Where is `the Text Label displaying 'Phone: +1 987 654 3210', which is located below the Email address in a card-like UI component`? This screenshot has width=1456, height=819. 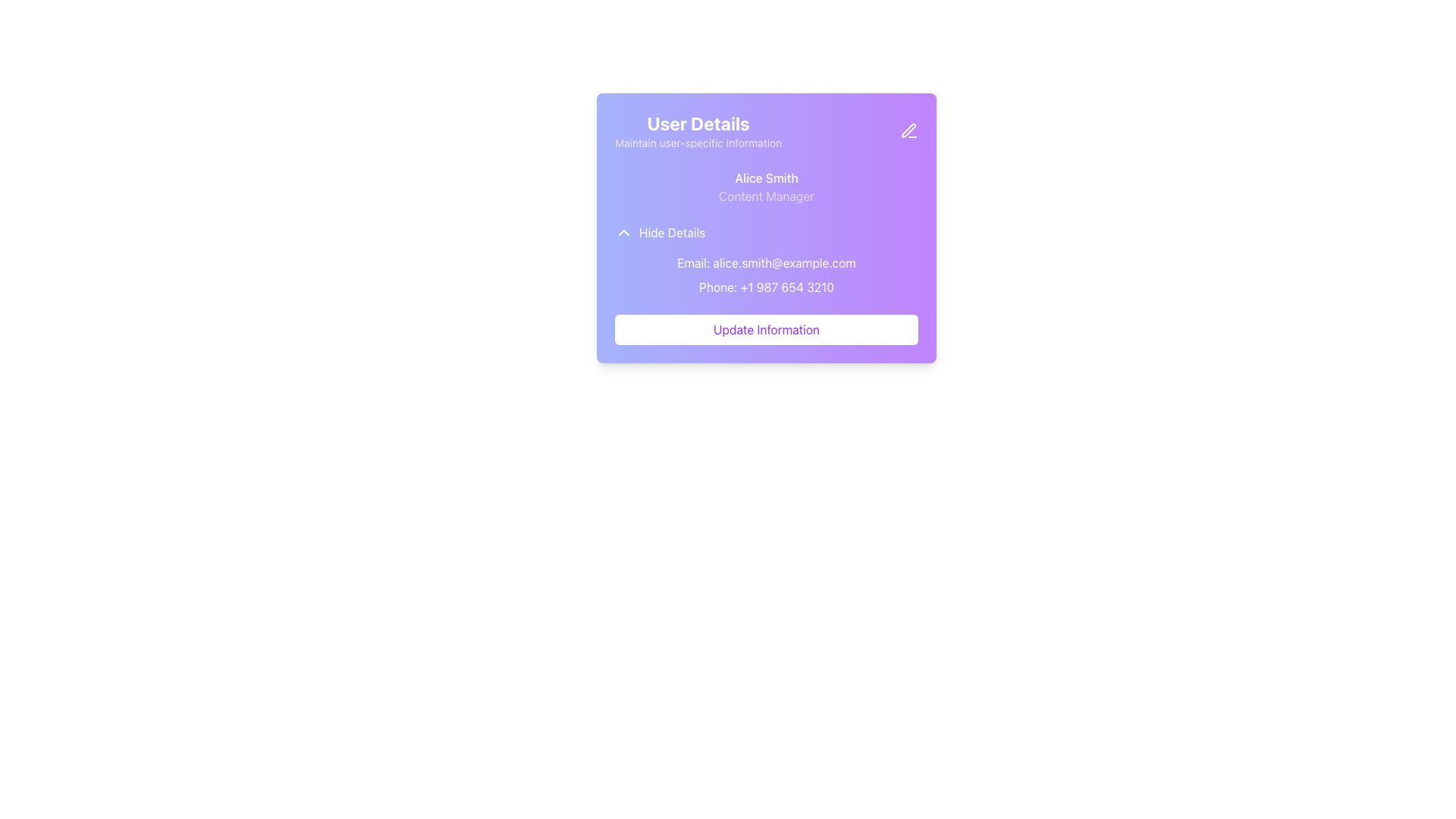 the Text Label displaying 'Phone: +1 987 654 3210', which is located below the Email address in a card-like UI component is located at coordinates (767, 287).